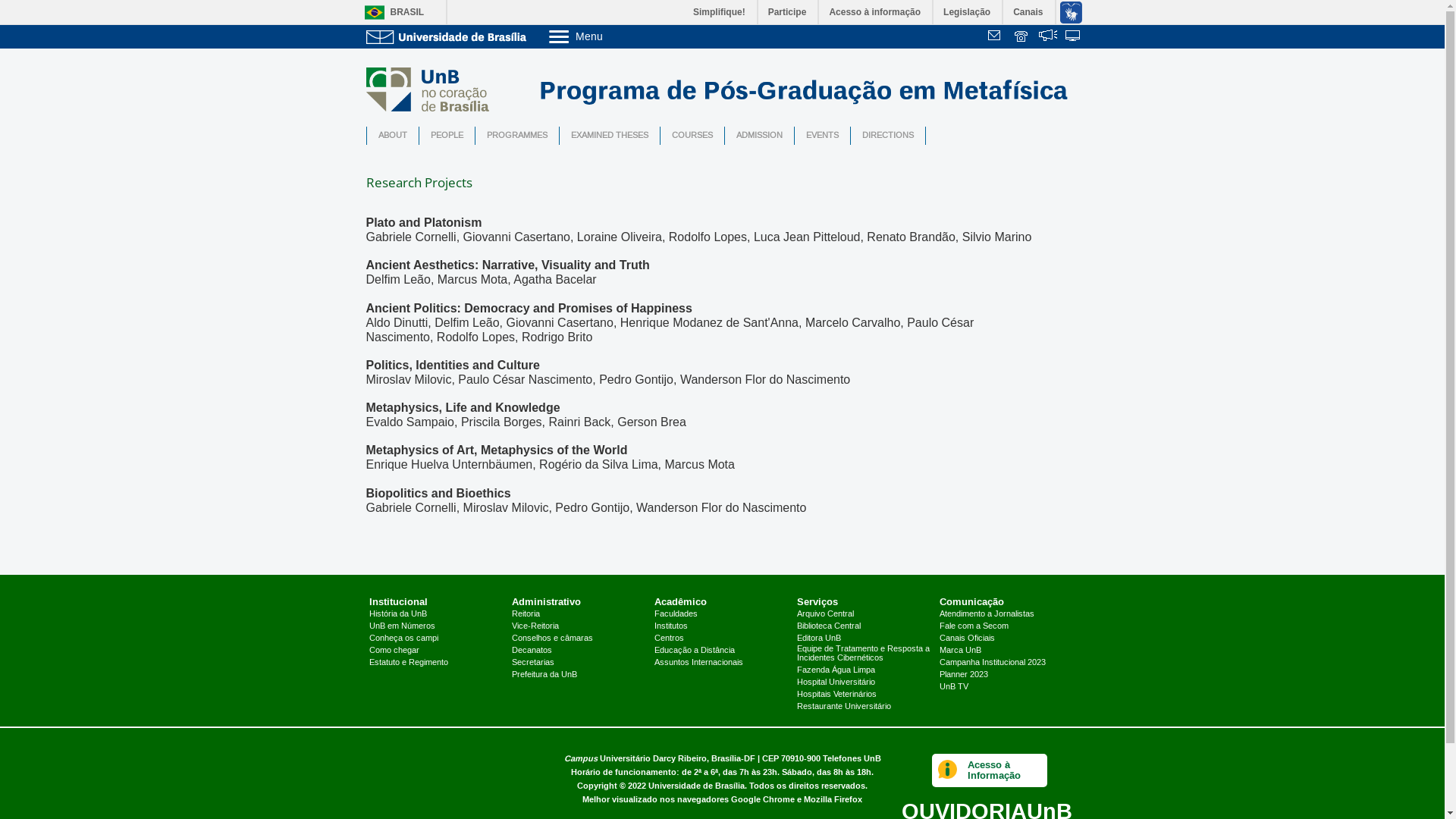 Image resolution: width=1456 pixels, height=819 pixels. Describe the element at coordinates (698, 662) in the screenshot. I see `'Assuntos Internacionais'` at that location.